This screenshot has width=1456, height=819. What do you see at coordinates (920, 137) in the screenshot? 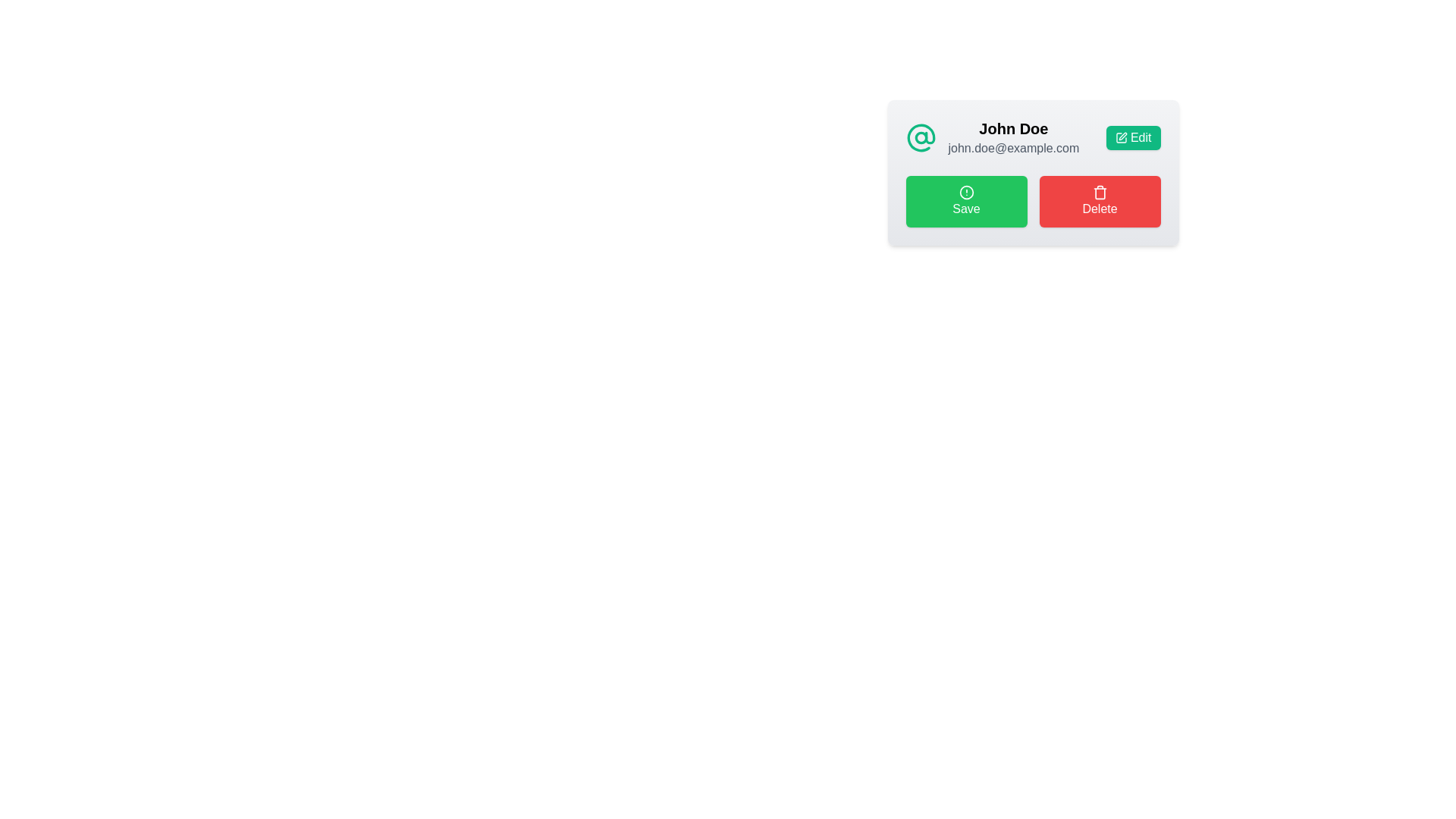
I see `the central circular feature of the icon located at the top-left section of the user profile card` at bounding box center [920, 137].